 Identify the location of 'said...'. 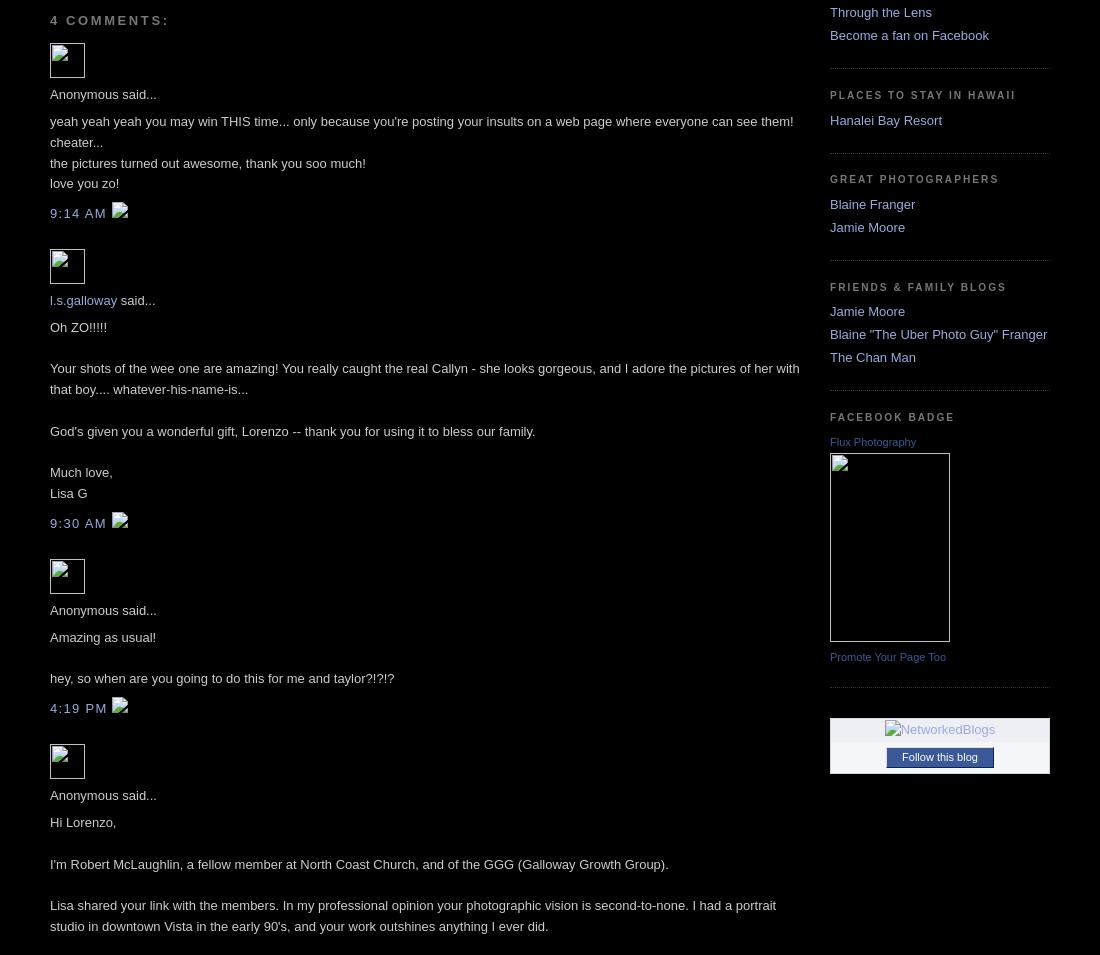
(135, 299).